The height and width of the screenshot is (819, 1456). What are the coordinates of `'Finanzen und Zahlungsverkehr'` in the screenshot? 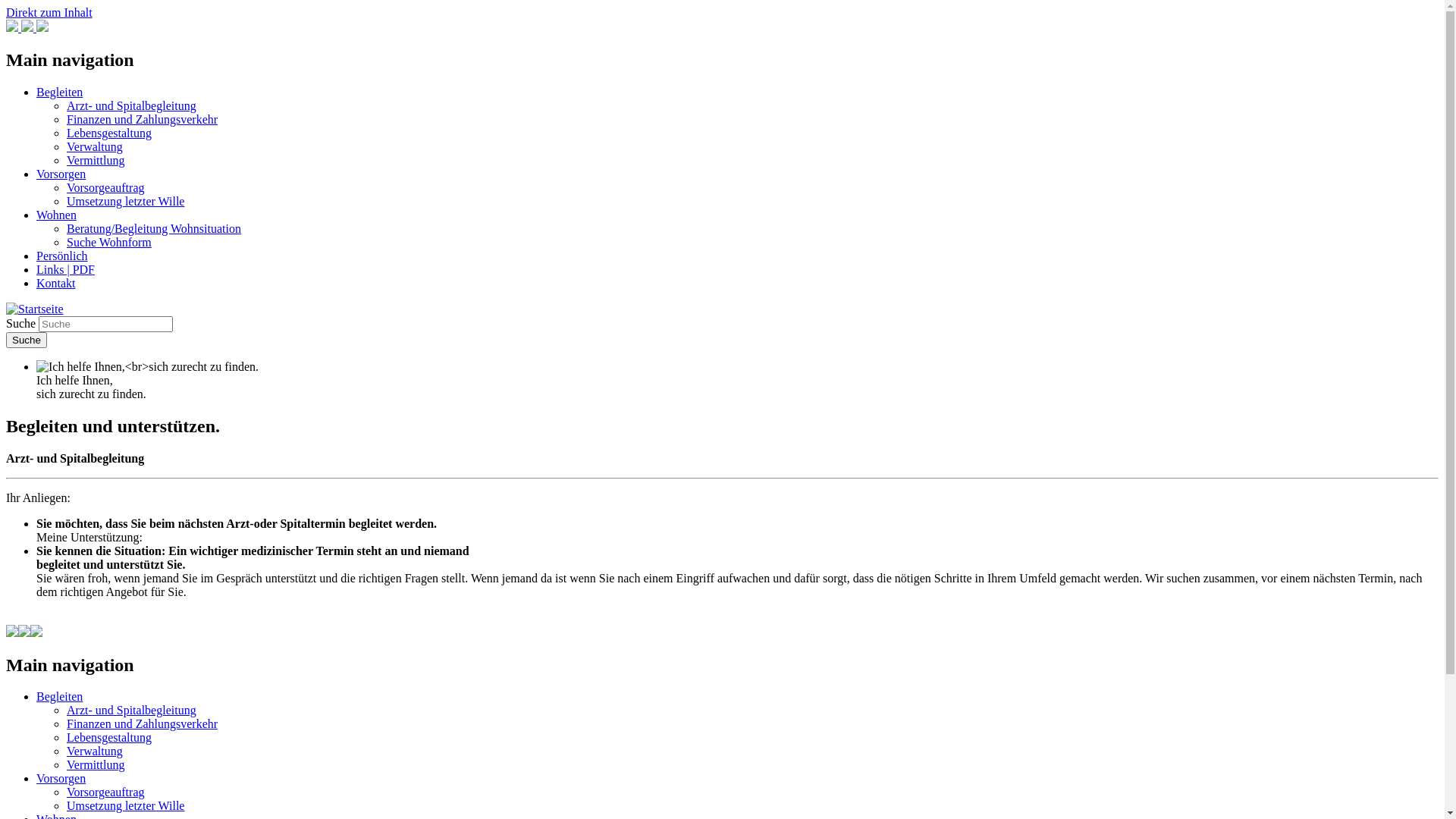 It's located at (142, 118).